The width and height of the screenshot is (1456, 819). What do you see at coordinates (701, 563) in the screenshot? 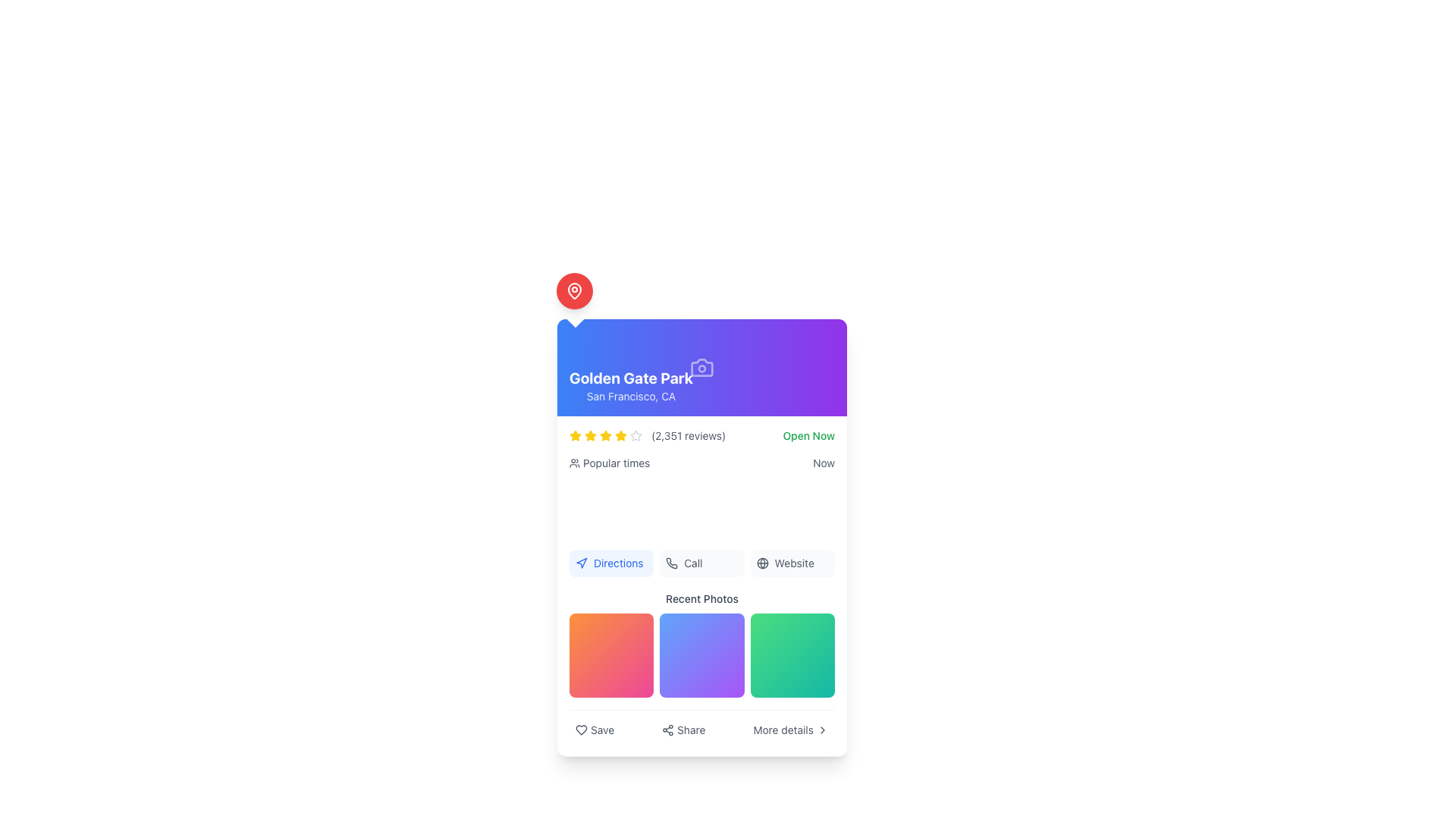
I see `the phone call button, which is the second button in a horizontal group of three buttons, to provide visual feedback` at bounding box center [701, 563].